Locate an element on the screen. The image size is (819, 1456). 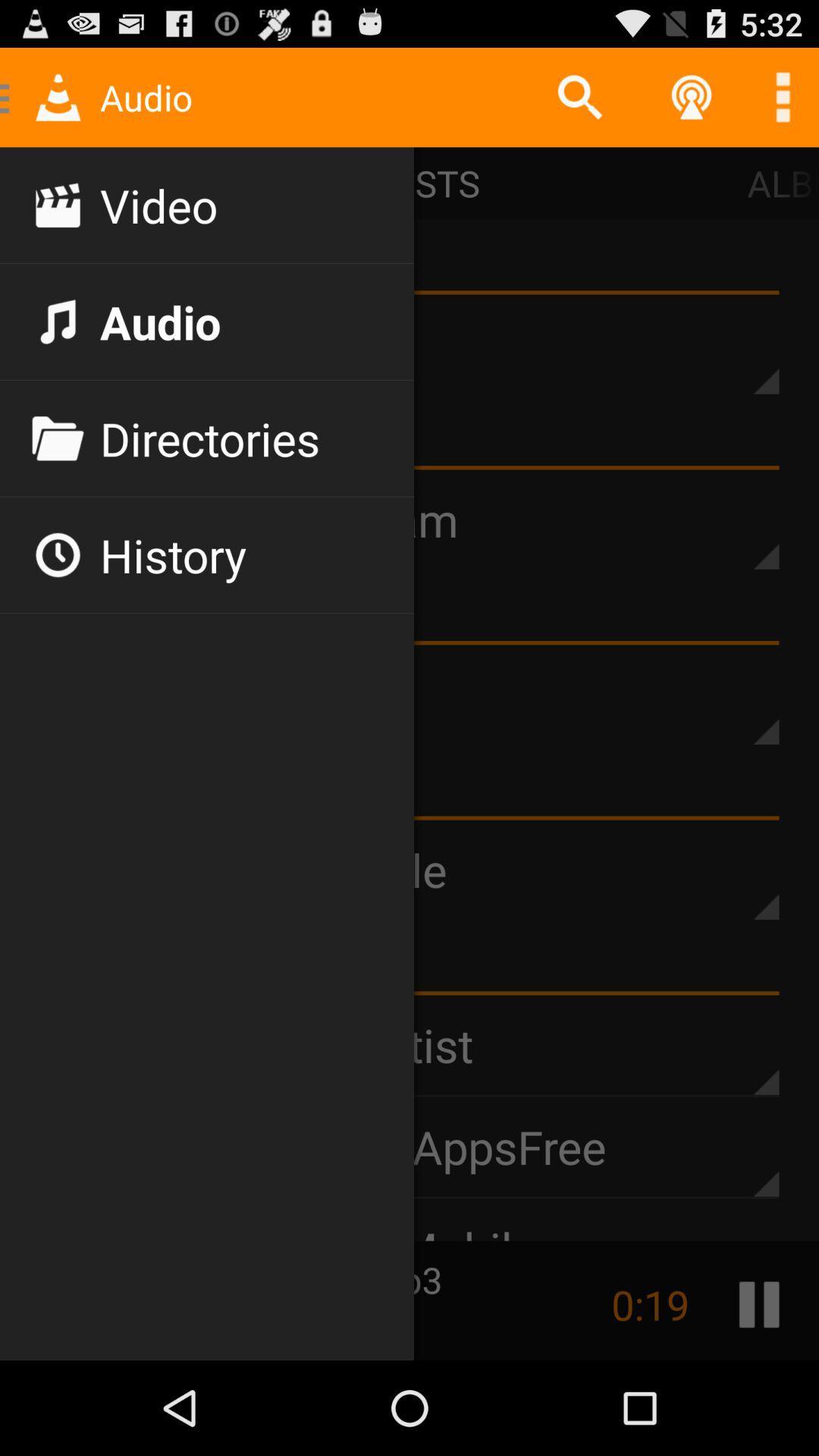
the pause icon is located at coordinates (759, 1395).